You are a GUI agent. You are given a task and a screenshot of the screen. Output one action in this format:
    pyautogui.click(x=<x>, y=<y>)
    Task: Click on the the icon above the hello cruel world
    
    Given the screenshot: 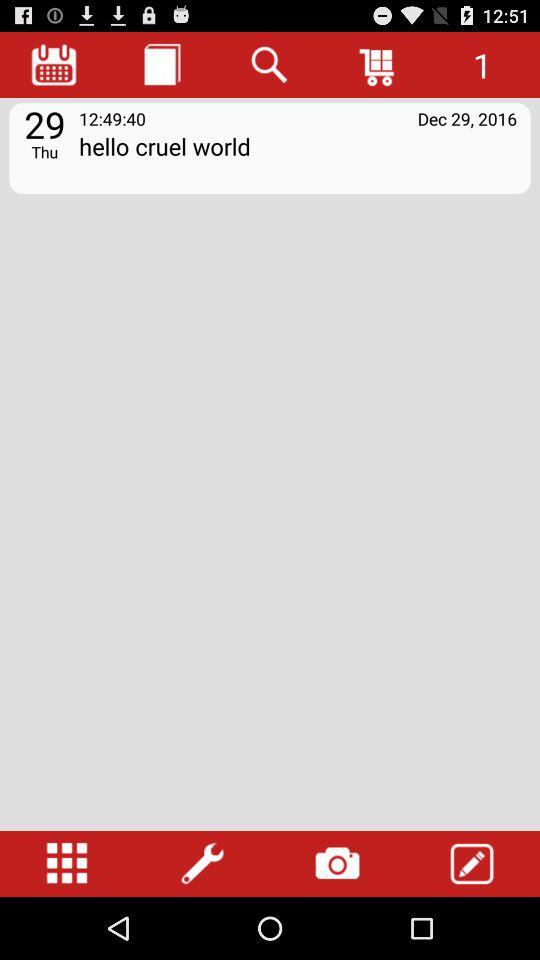 What is the action you would take?
    pyautogui.click(x=270, y=64)
    